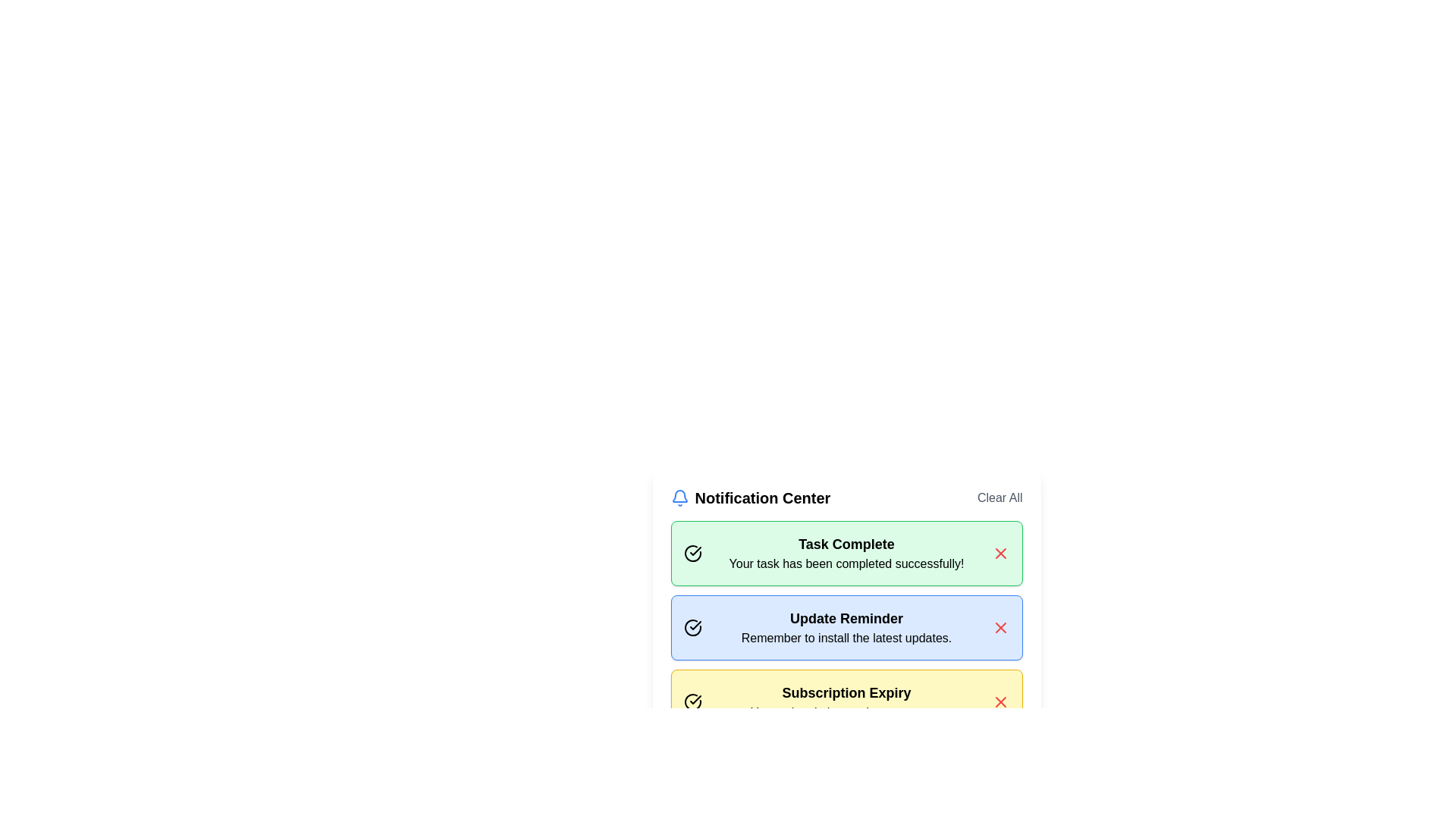  What do you see at coordinates (692, 628) in the screenshot?
I see `the circular icon with a checkmark inside it, located within the 'Update Reminder' notification box, to understand its symbolic meaning` at bounding box center [692, 628].